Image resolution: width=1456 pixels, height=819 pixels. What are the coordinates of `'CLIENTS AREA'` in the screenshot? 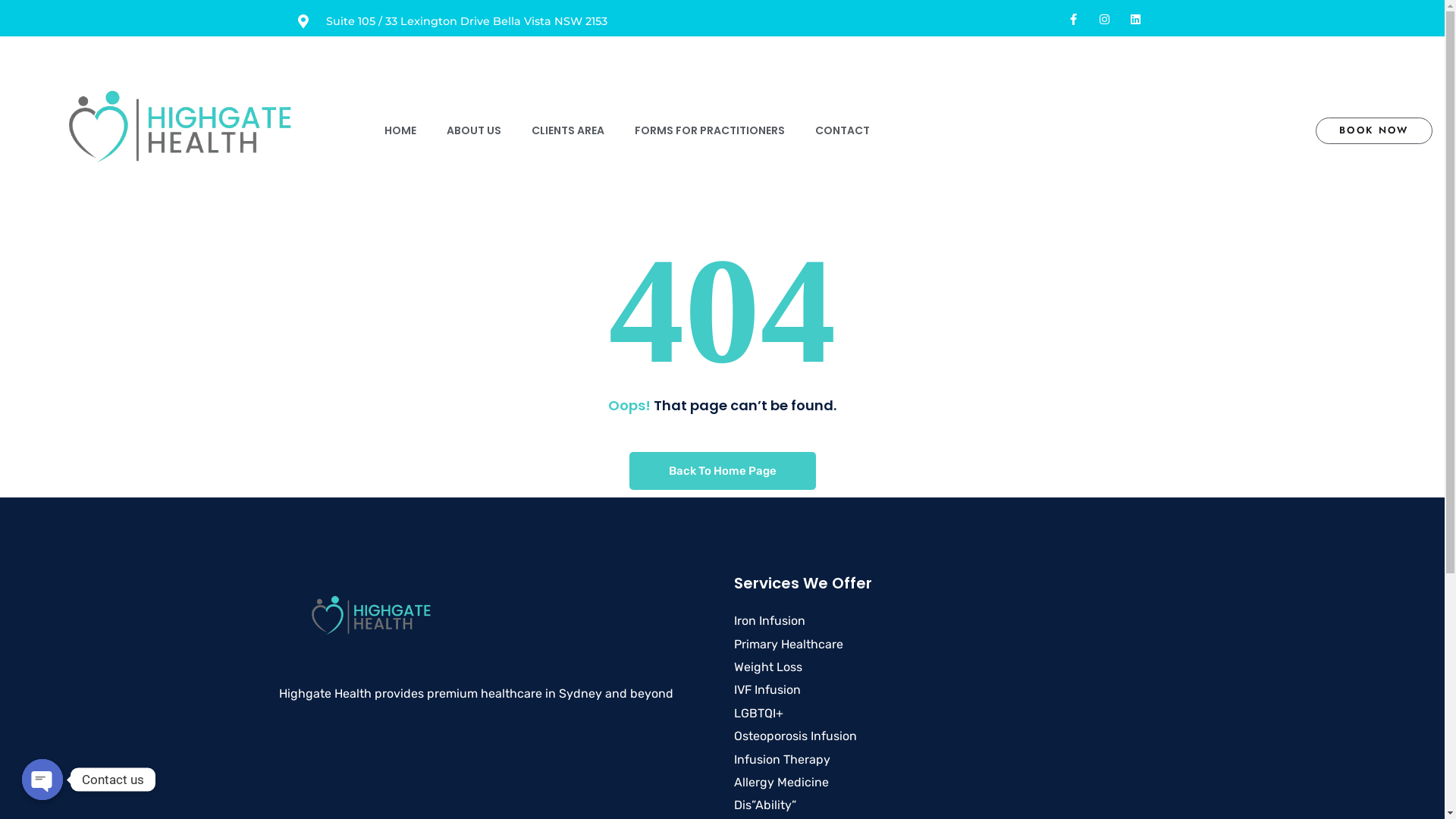 It's located at (566, 130).